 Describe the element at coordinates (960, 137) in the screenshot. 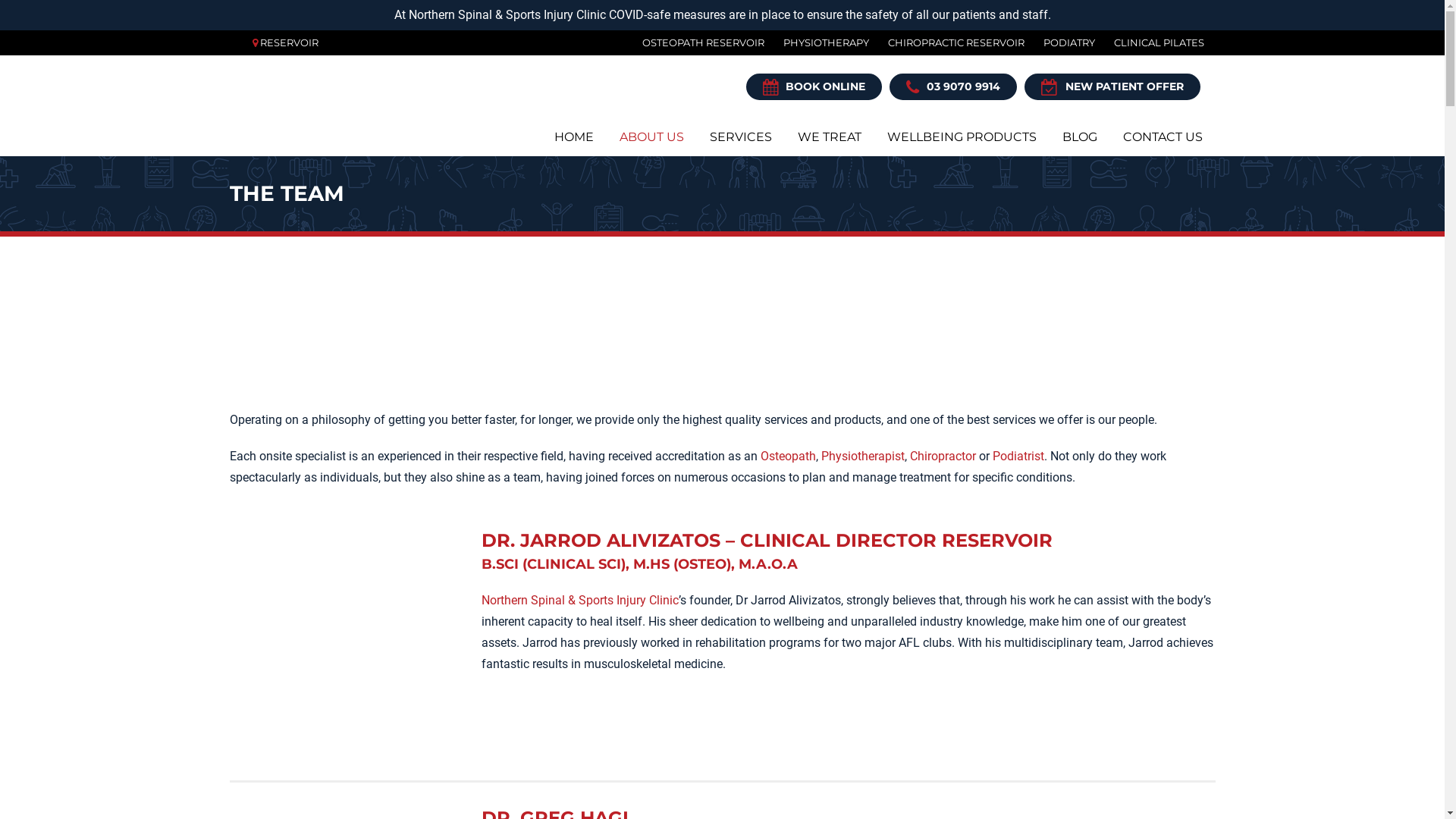

I see `'WELLBEING PRODUCTS'` at that location.